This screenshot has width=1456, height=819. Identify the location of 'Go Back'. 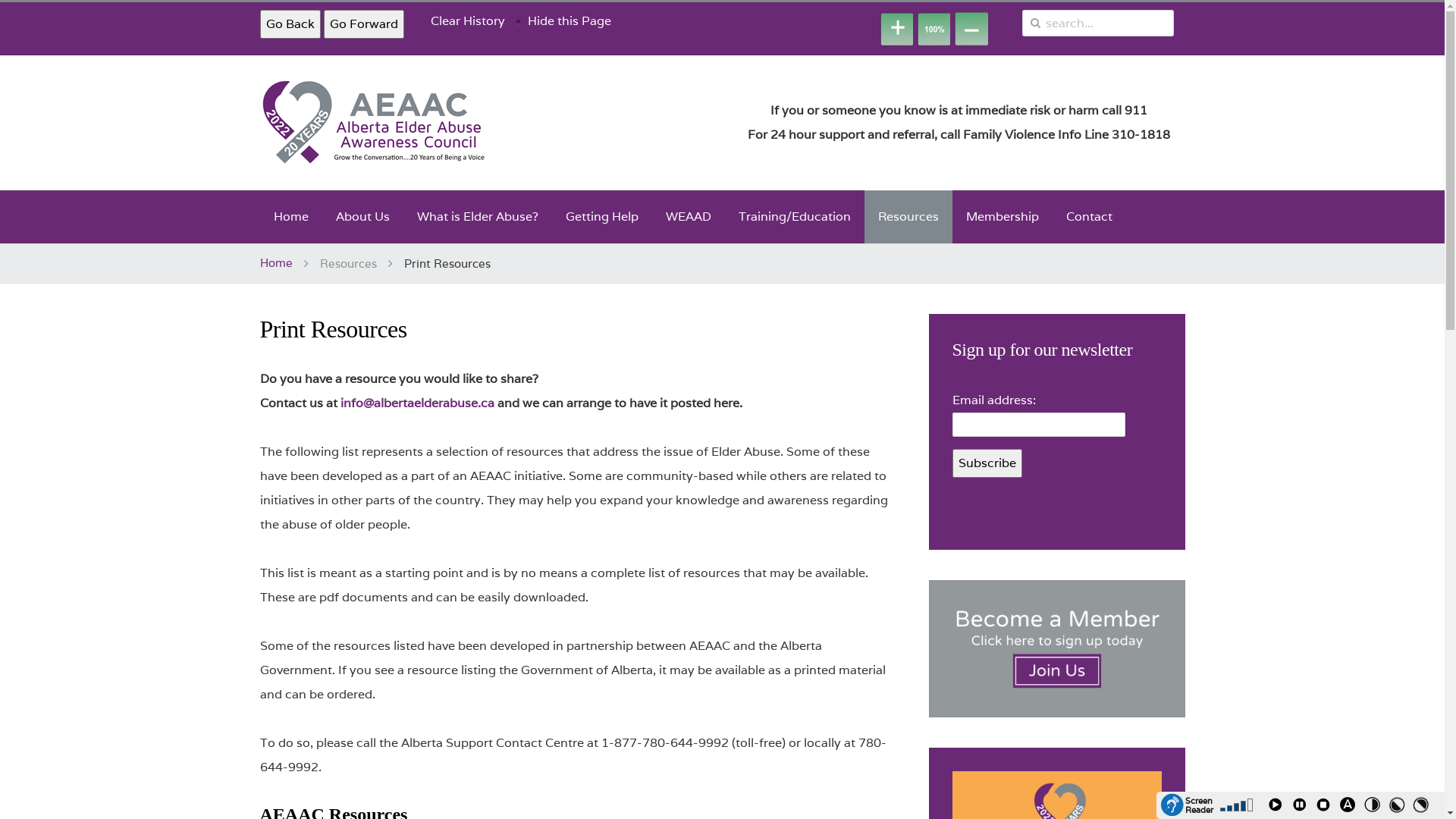
(259, 24).